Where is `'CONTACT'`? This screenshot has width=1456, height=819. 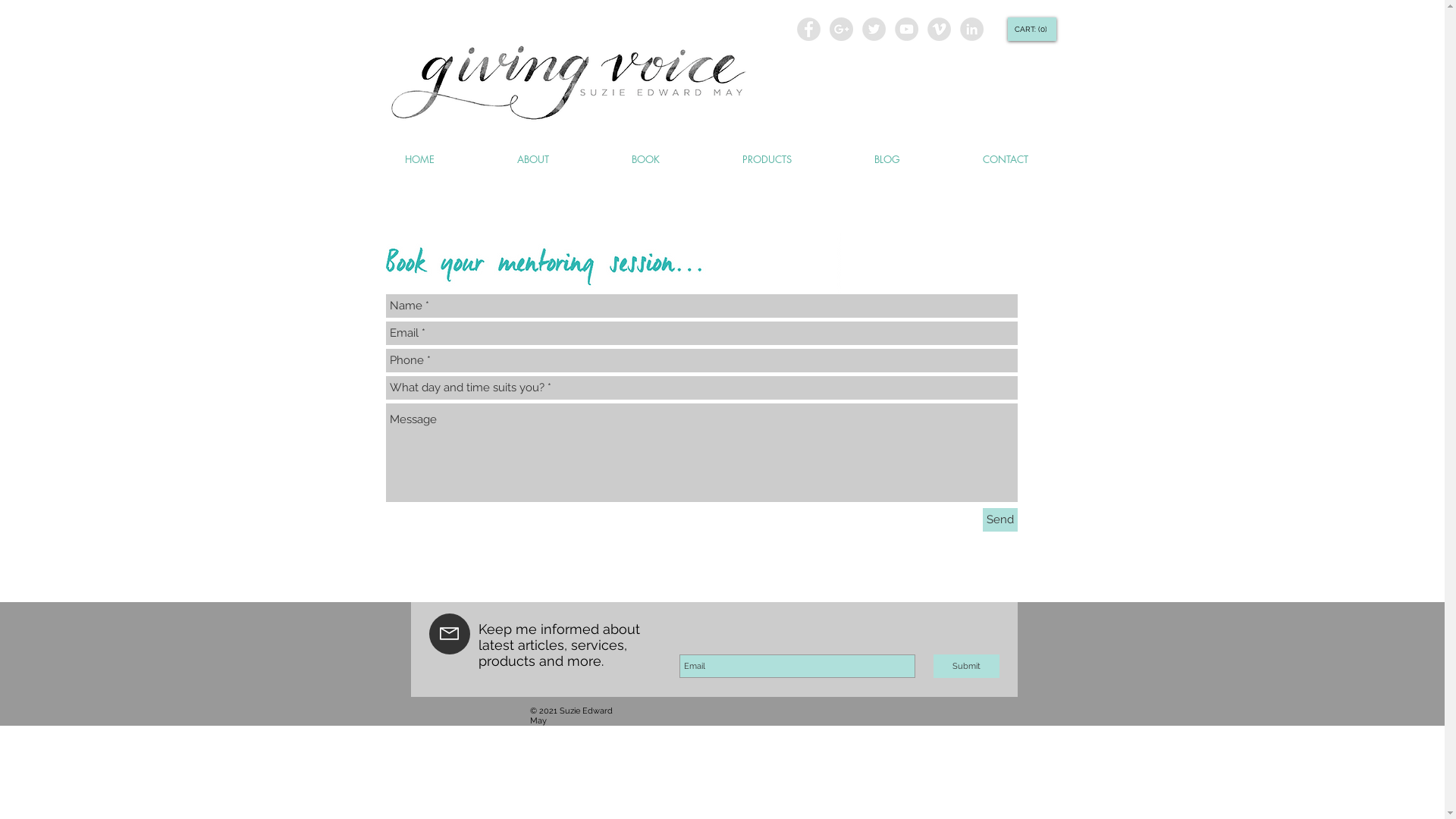
'CONTACT' is located at coordinates (1006, 159).